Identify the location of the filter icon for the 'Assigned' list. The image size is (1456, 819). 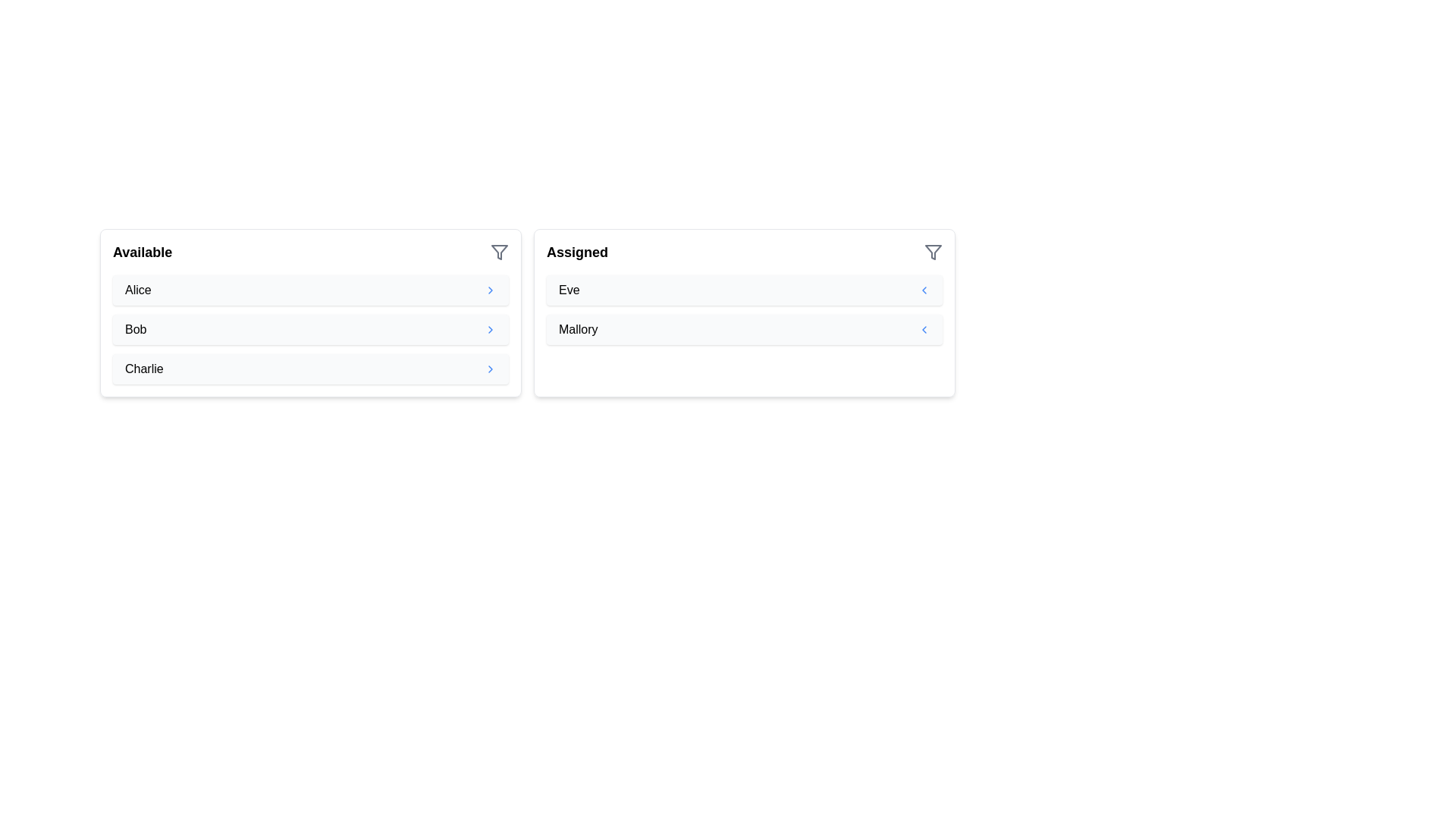
(932, 251).